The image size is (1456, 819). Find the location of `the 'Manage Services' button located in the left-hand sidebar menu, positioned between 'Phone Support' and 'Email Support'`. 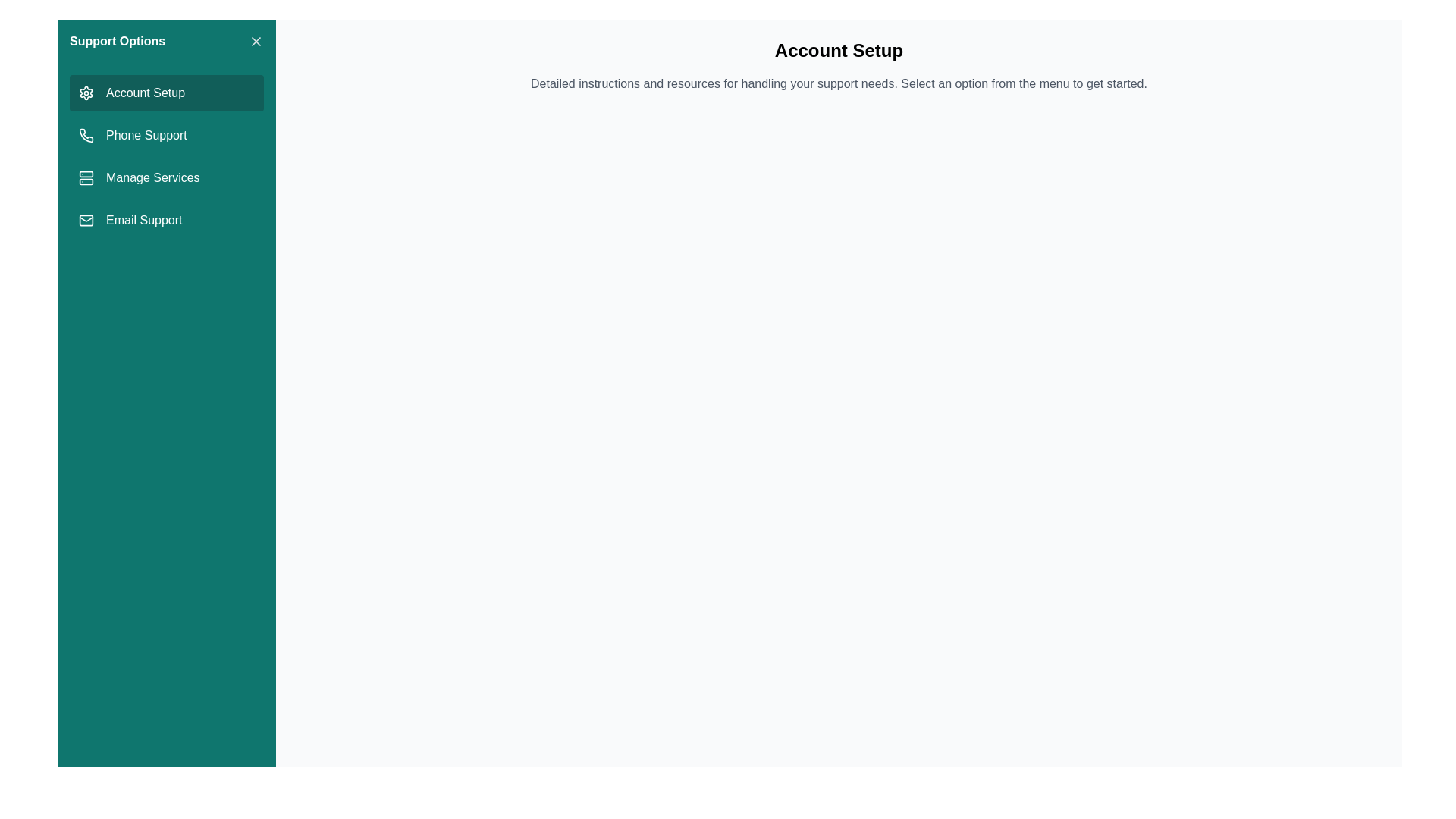

the 'Manage Services' button located in the left-hand sidebar menu, positioned between 'Phone Support' and 'Email Support' is located at coordinates (167, 177).